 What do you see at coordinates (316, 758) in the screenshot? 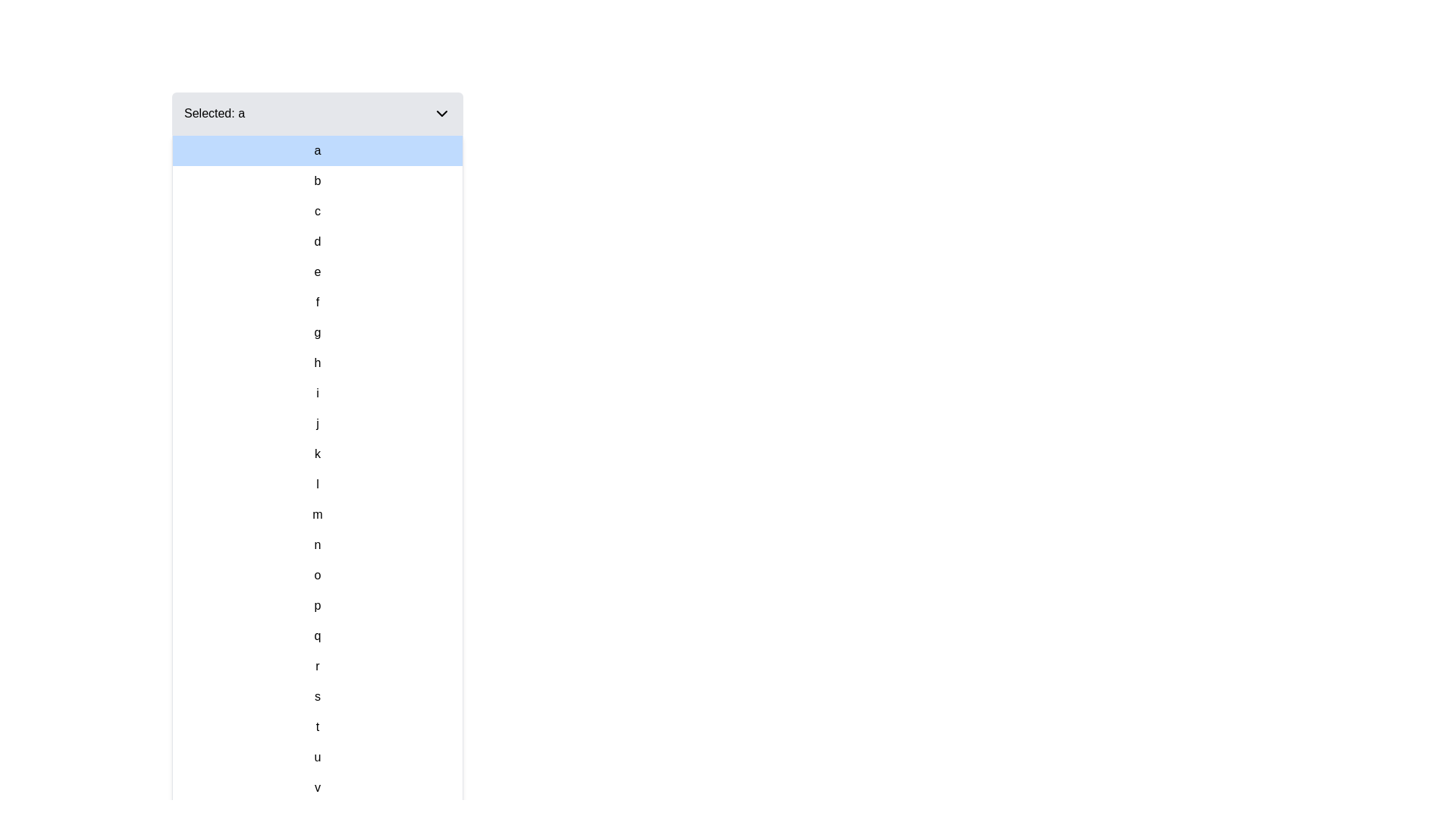
I see `the text item displaying the letter 'u' in a dropdown menu to trigger the visual hover effect` at bounding box center [316, 758].